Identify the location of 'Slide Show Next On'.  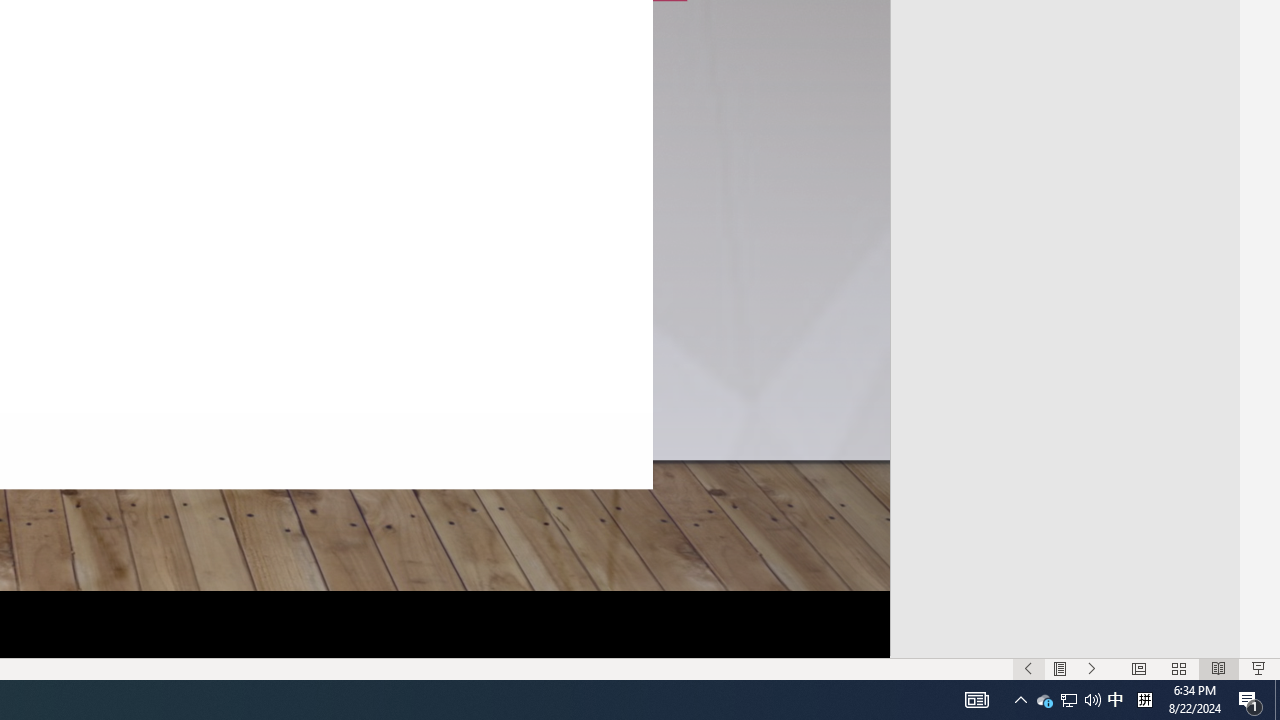
(1091, 669).